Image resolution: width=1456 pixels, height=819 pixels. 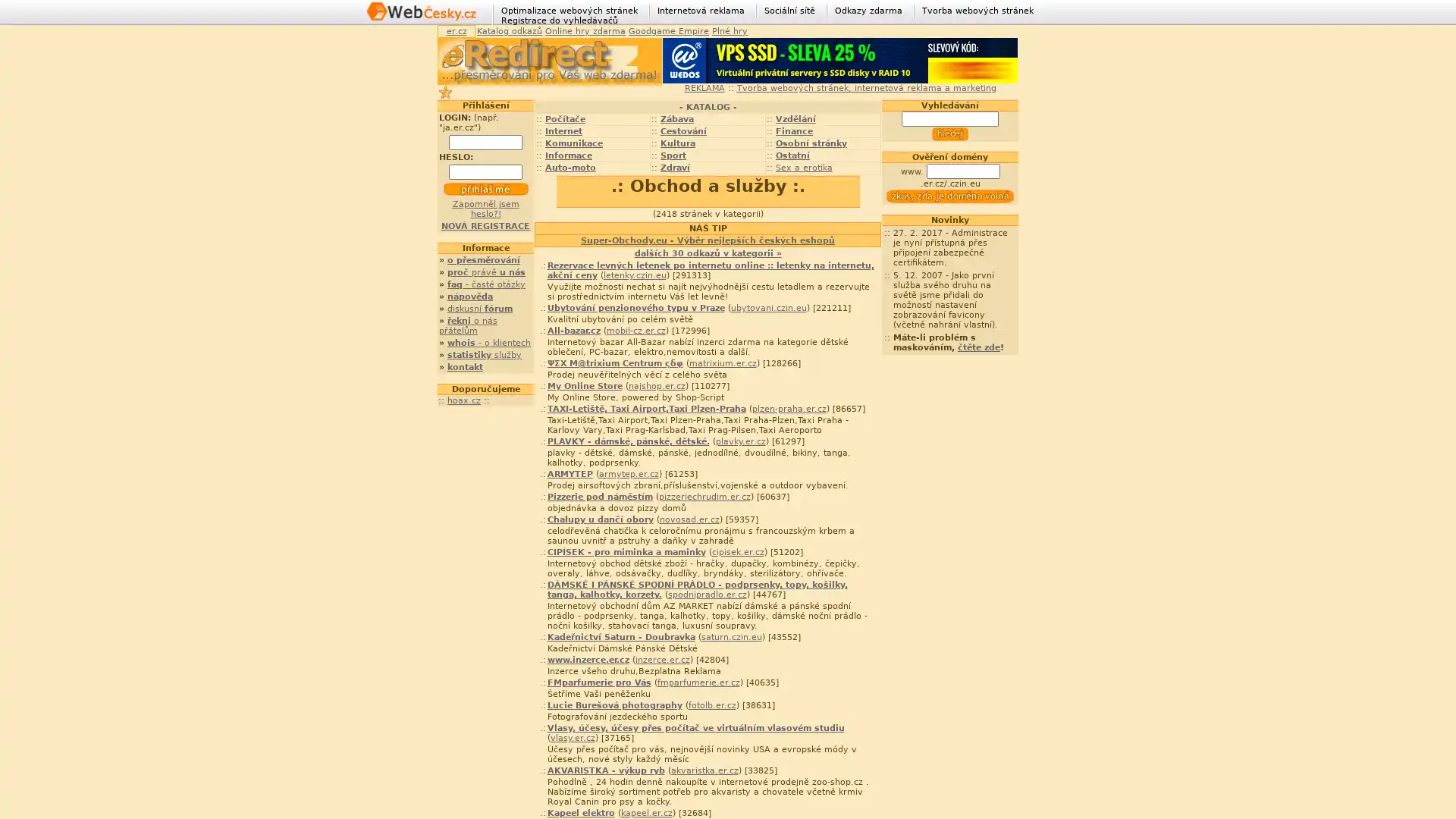 I want to click on Submit, so click(x=484, y=189).